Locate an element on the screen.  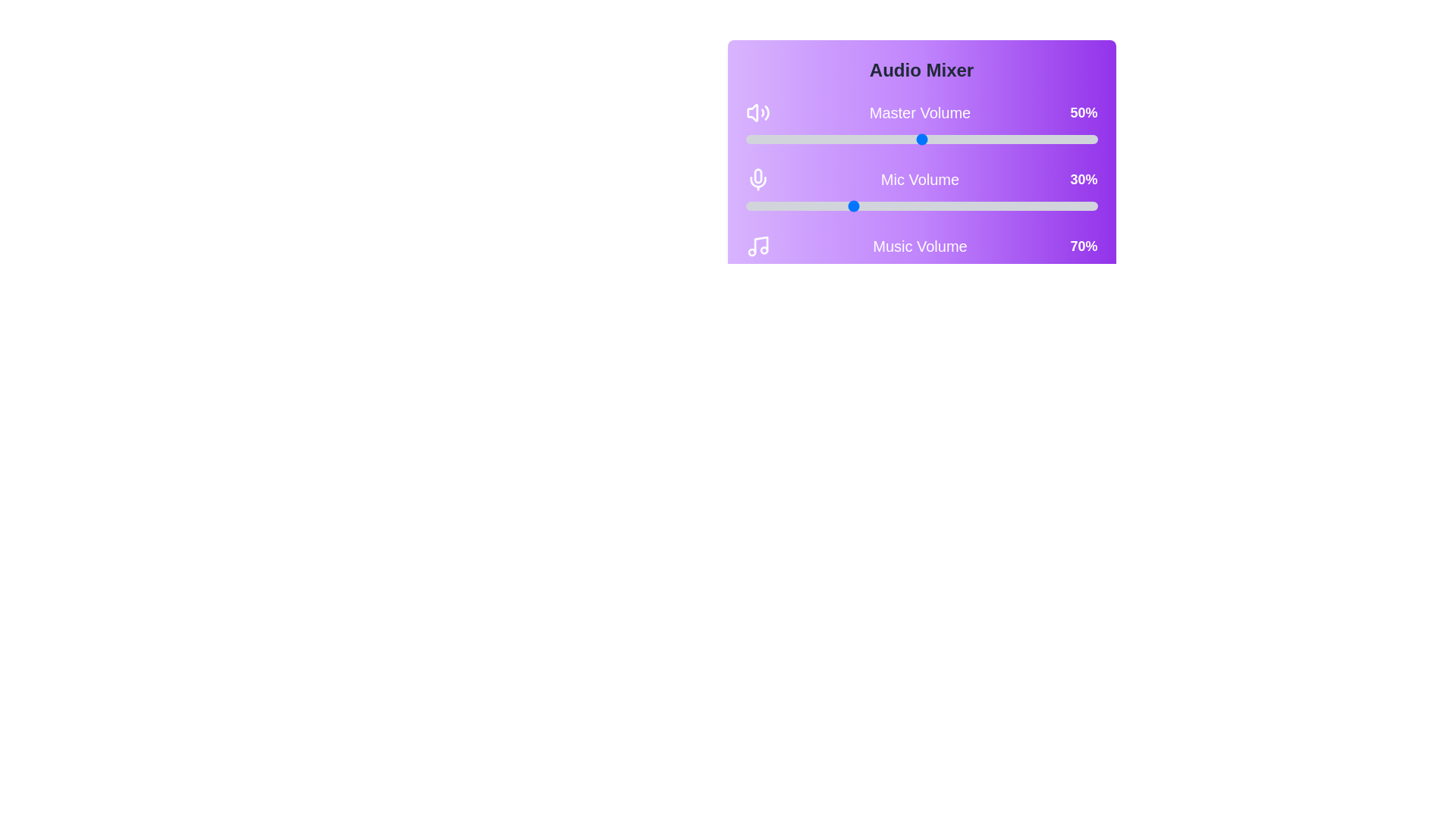
the Master Volume slider is located at coordinates (833, 140).